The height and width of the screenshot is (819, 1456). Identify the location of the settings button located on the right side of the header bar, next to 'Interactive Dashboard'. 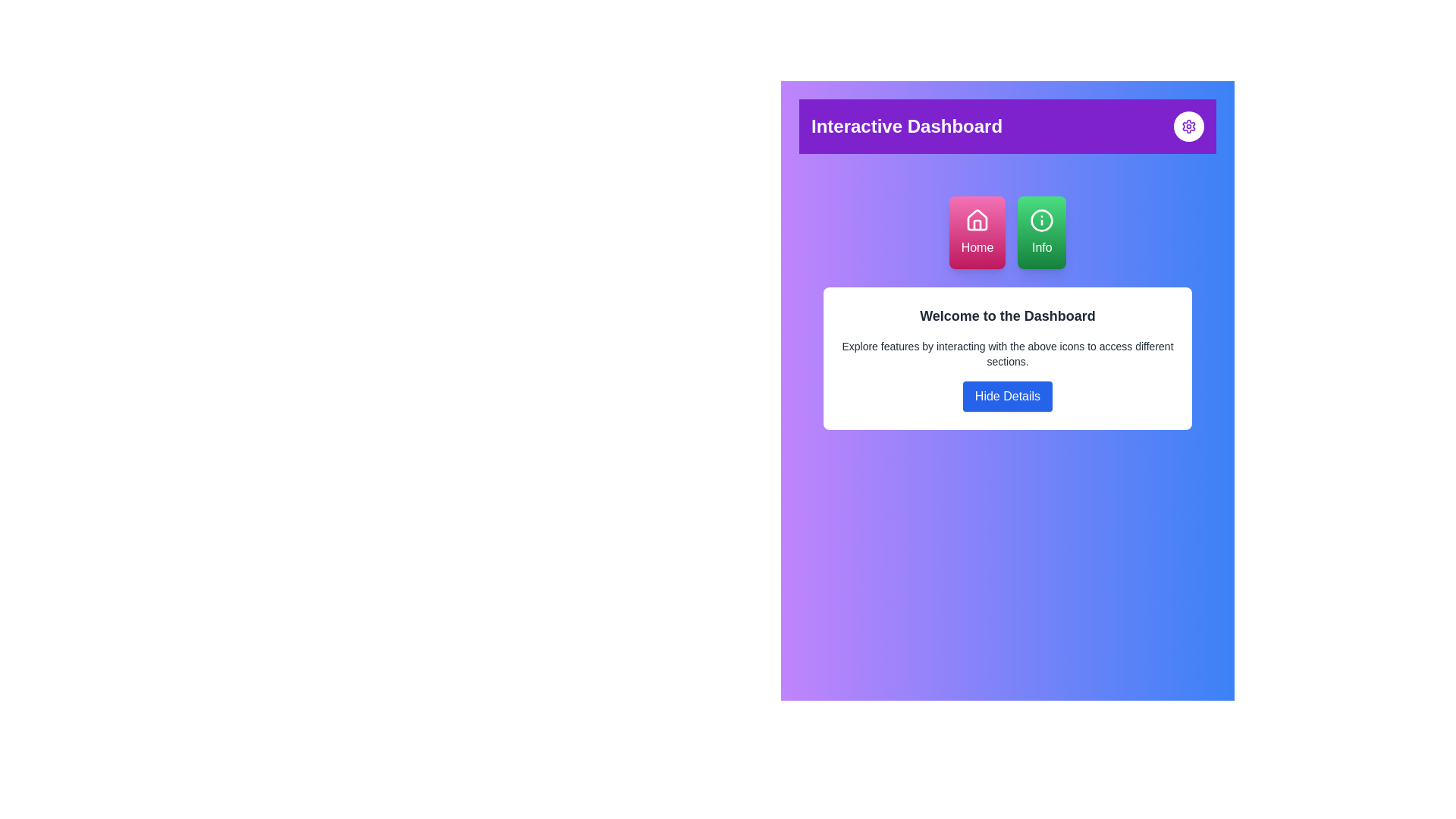
(1188, 125).